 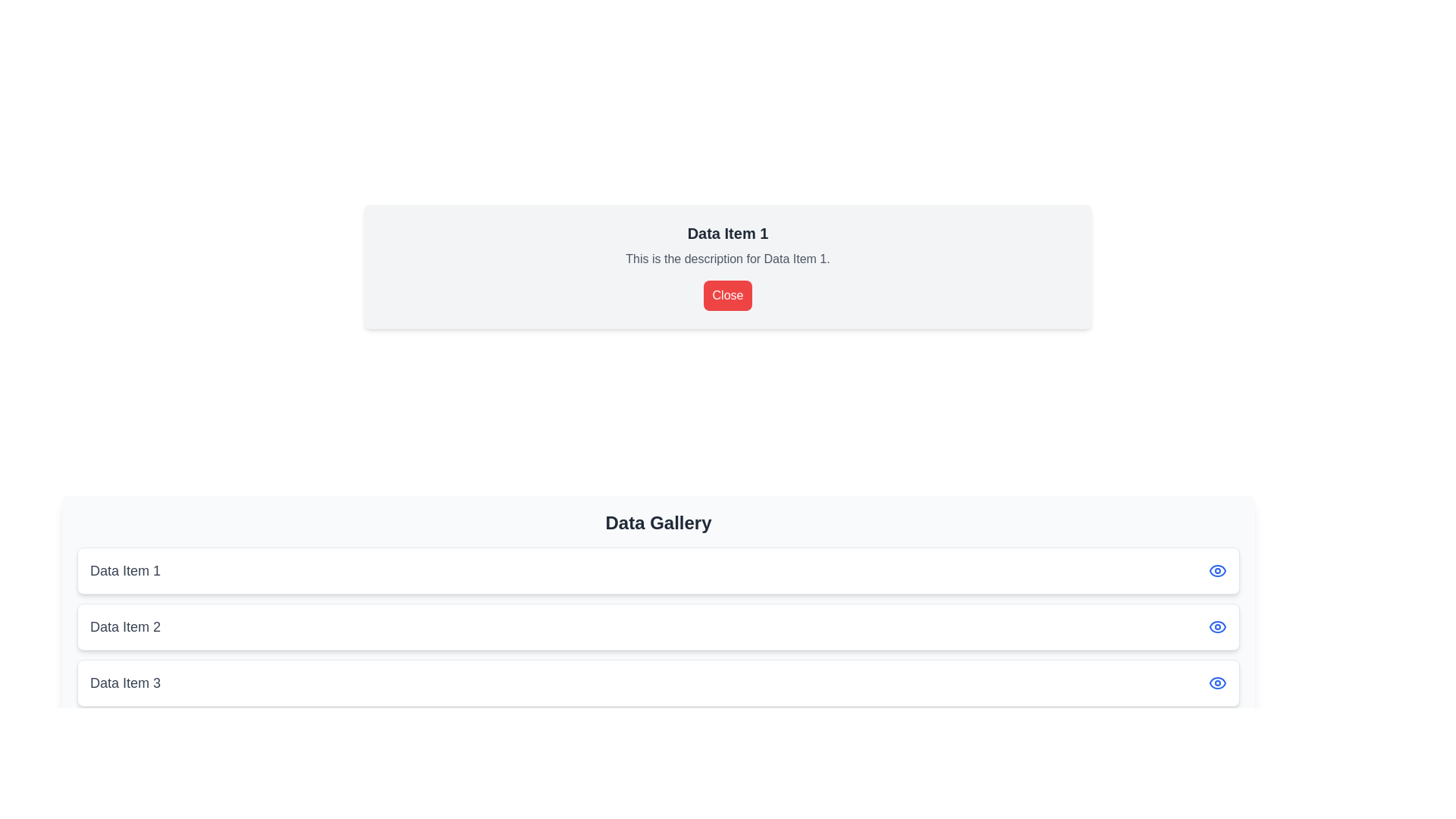 I want to click on the eye icon button styled as a blue outline drawing located on the far-right edge of the row labeled 'Data Item 1' in the 'Data Gallery' section for accessibility actions, so click(x=1218, y=570).